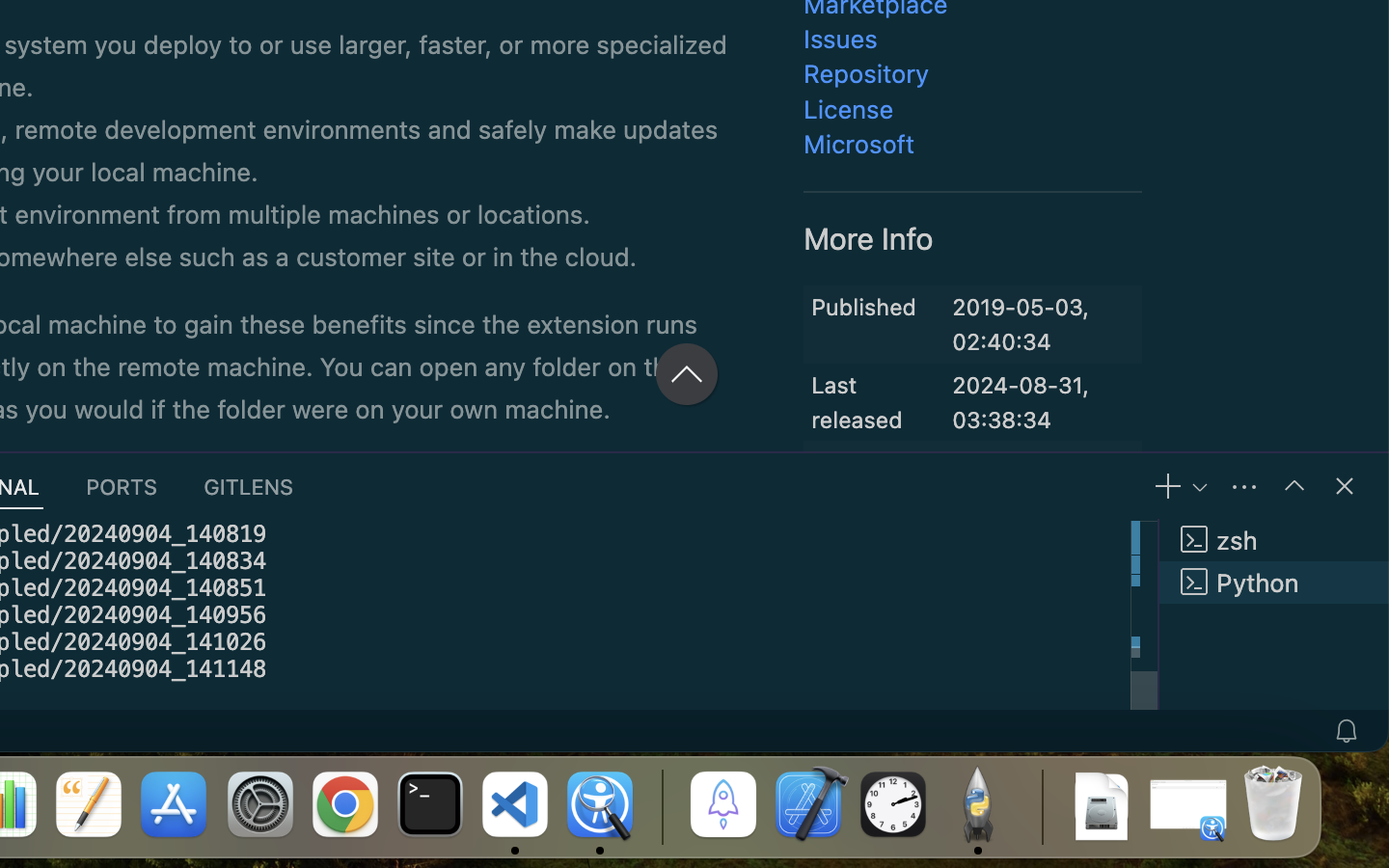 The width and height of the screenshot is (1389, 868). I want to click on '2024-08-31, 03:38:34', so click(1021, 401).